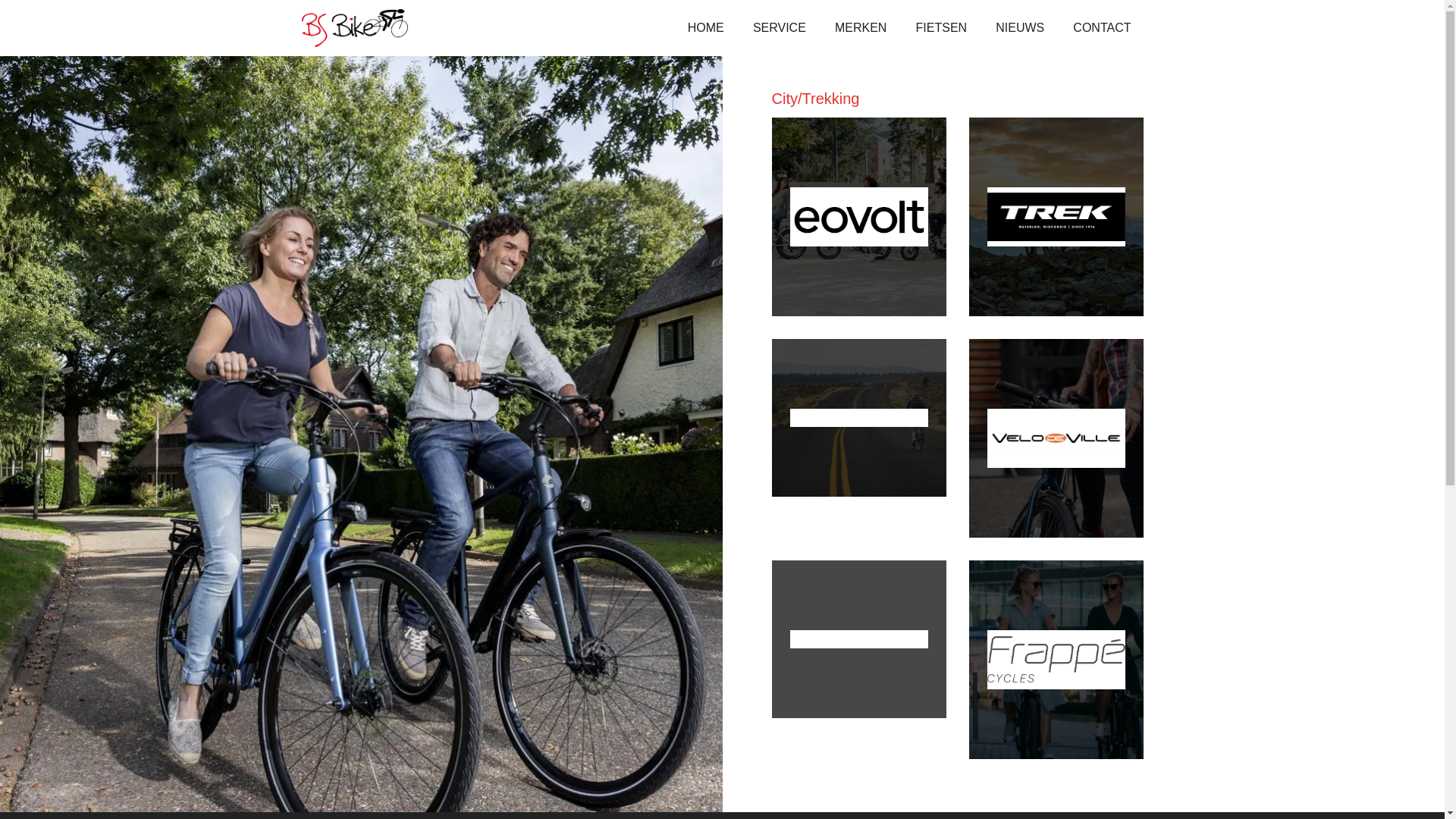 This screenshot has height=819, width=1456. What do you see at coordinates (779, 28) in the screenshot?
I see `'SERVICE'` at bounding box center [779, 28].